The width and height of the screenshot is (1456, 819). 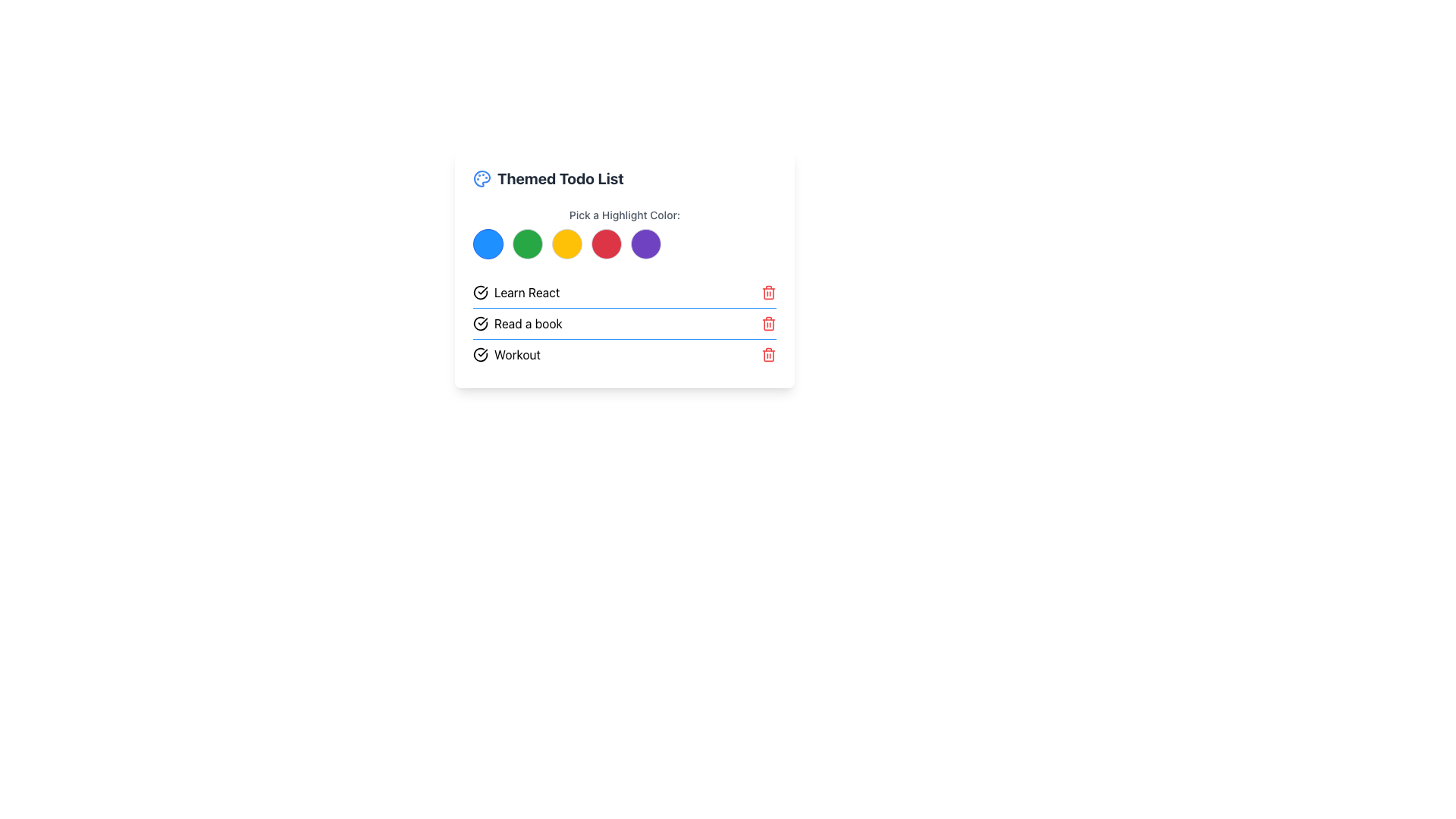 What do you see at coordinates (479, 292) in the screenshot?
I see `the completion status indicated by the icon located in the first row of the 'Themed Todo List' section, to the left of the text 'Learn React'` at bounding box center [479, 292].